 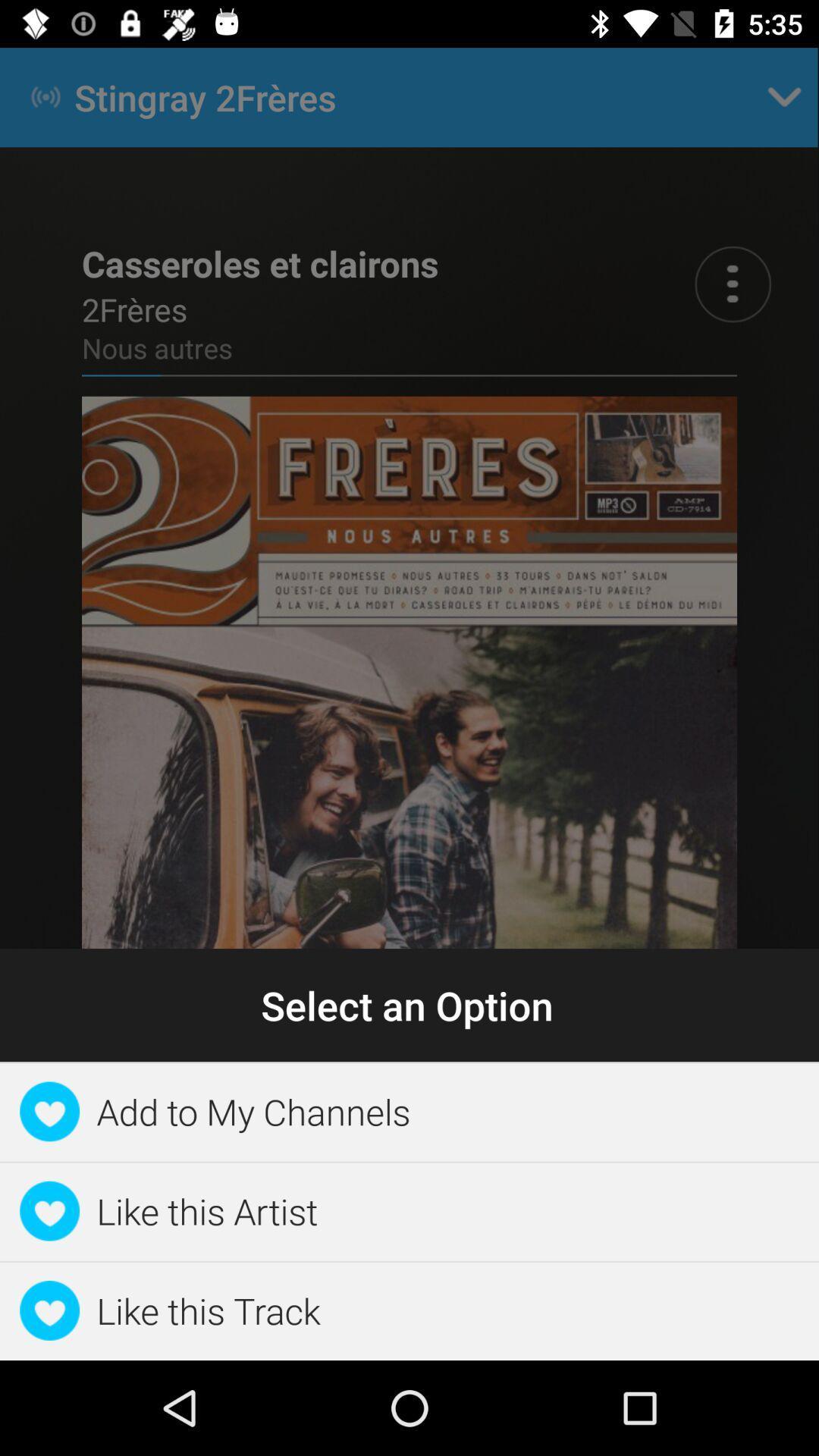 I want to click on the minus icon, so click(x=735, y=1156).